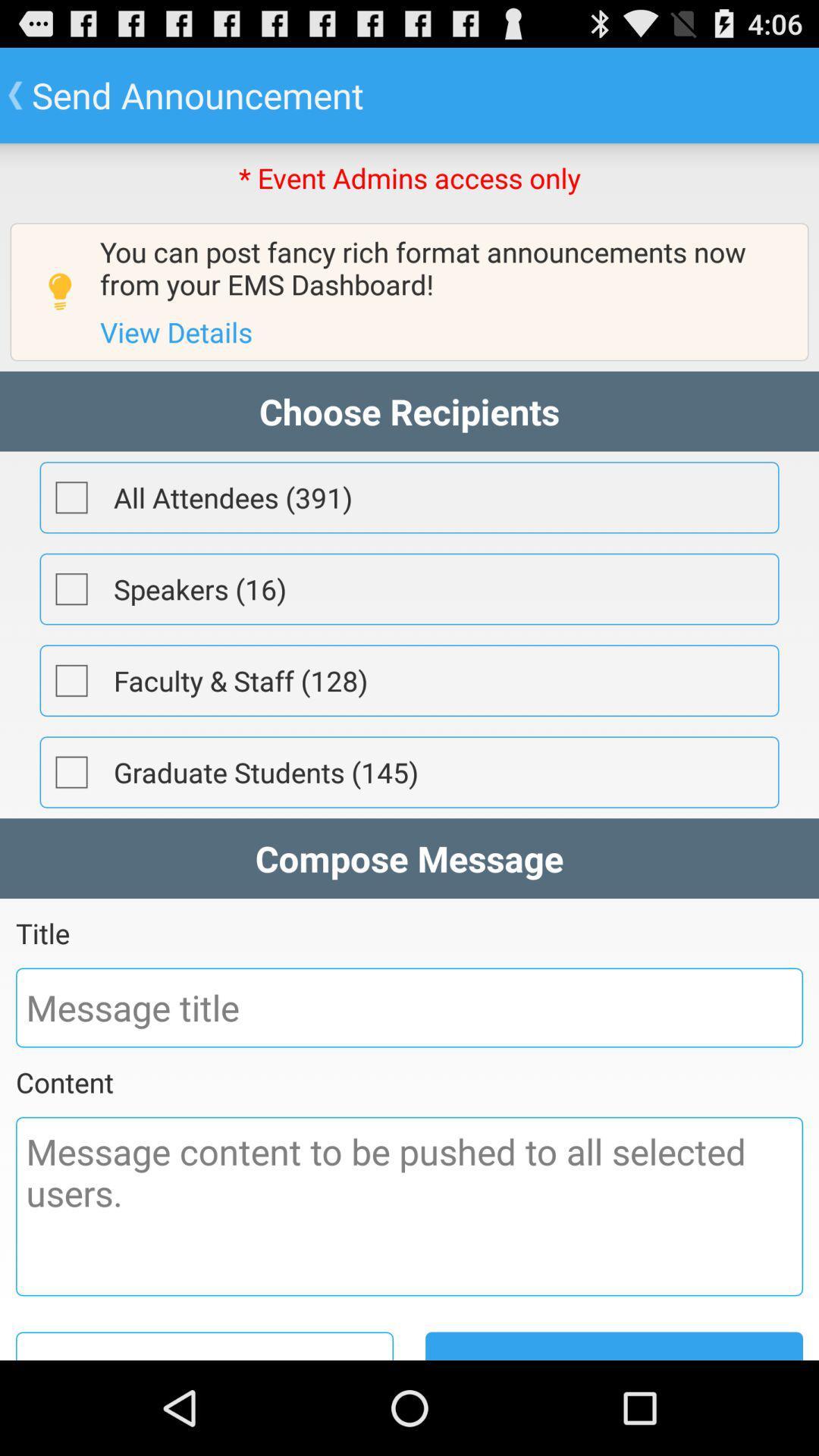  Describe the element at coordinates (71, 679) in the screenshot. I see `recipients` at that location.